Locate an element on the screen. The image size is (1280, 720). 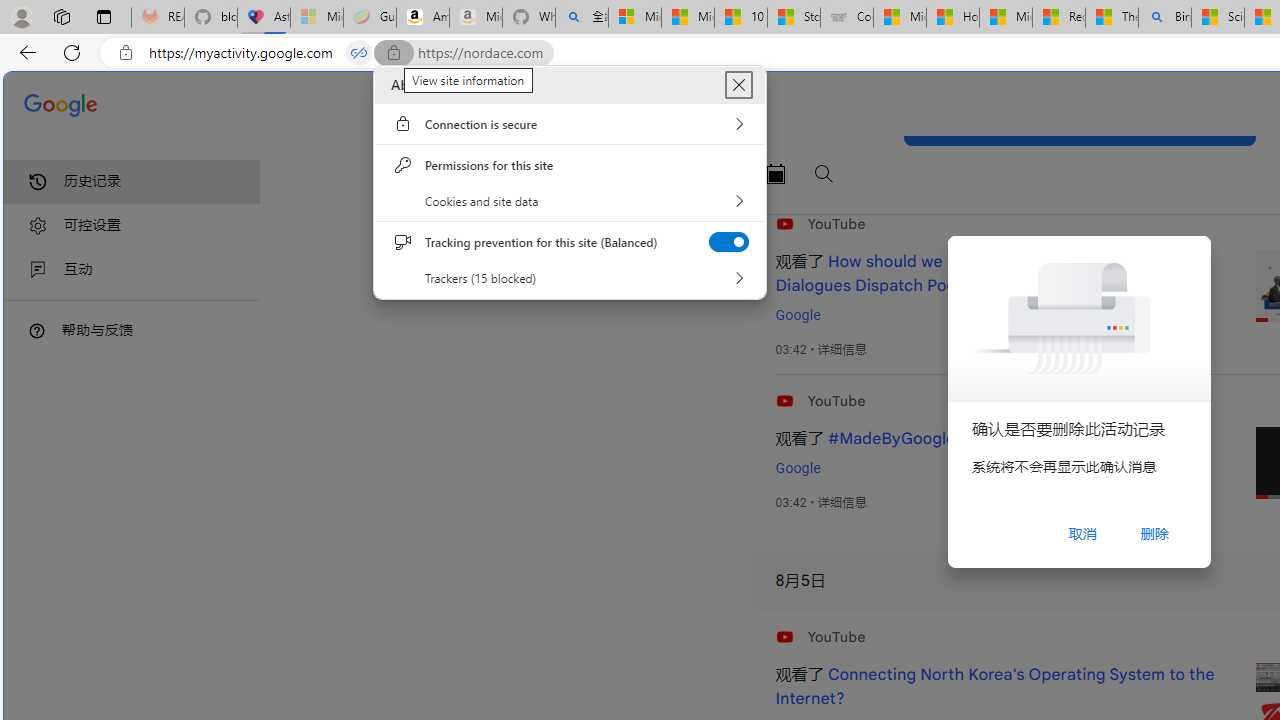
'Connecting North Korea' is located at coordinates (994, 686).